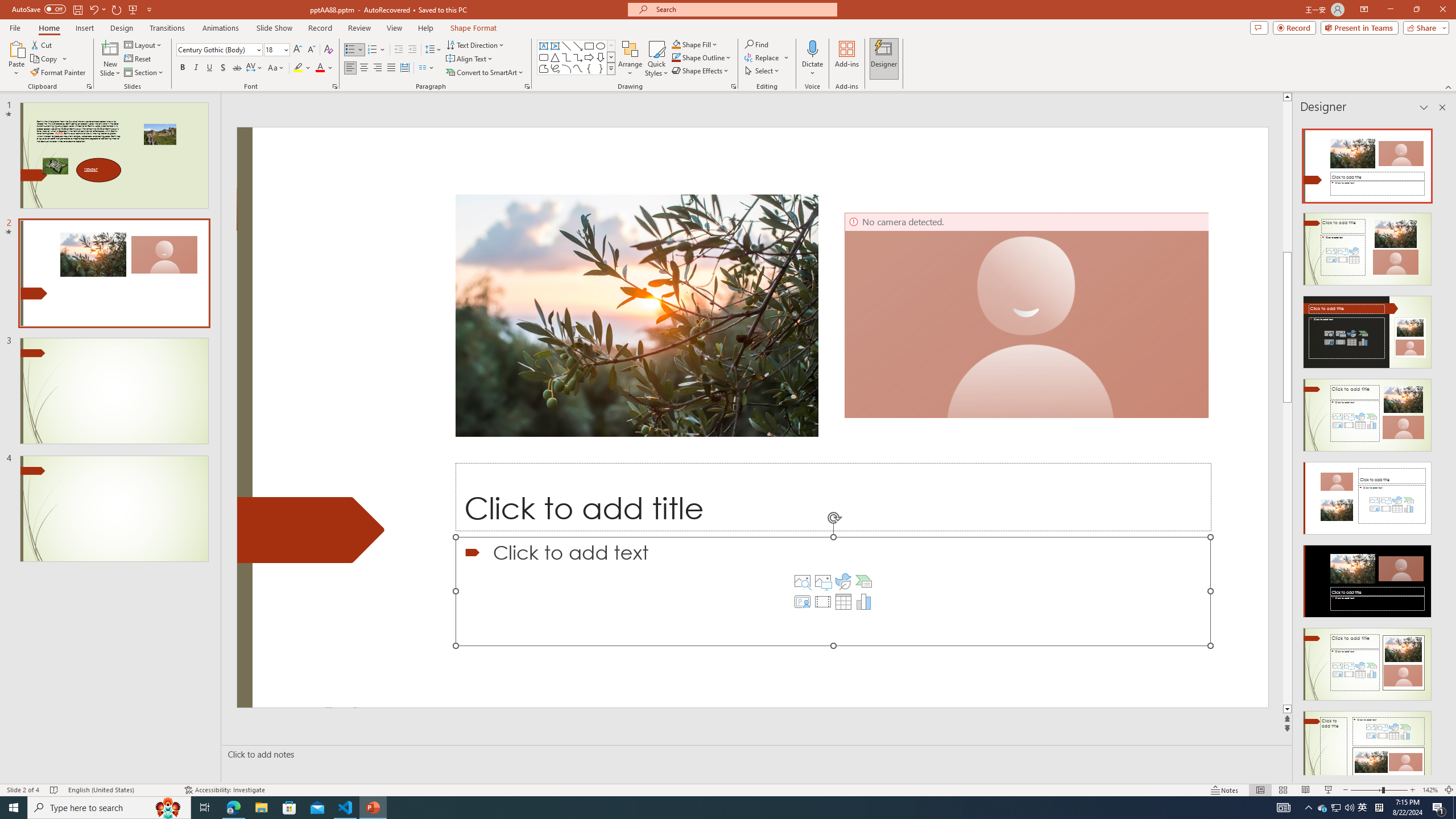 The width and height of the screenshot is (1456, 819). What do you see at coordinates (767, 56) in the screenshot?
I see `'Replace...'` at bounding box center [767, 56].